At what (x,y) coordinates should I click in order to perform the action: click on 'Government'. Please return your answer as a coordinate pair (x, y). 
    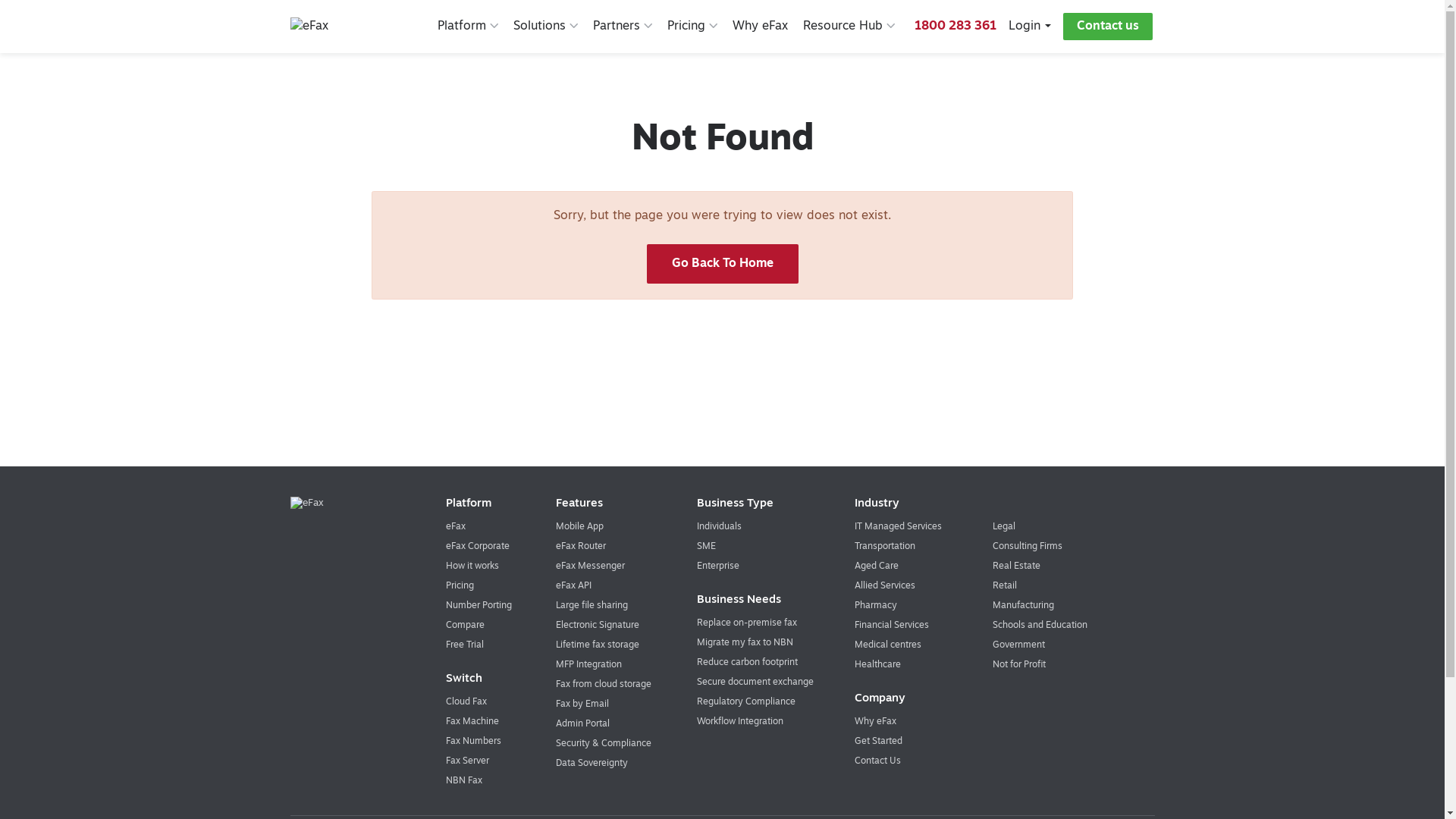
    Looking at the image, I should click on (1018, 645).